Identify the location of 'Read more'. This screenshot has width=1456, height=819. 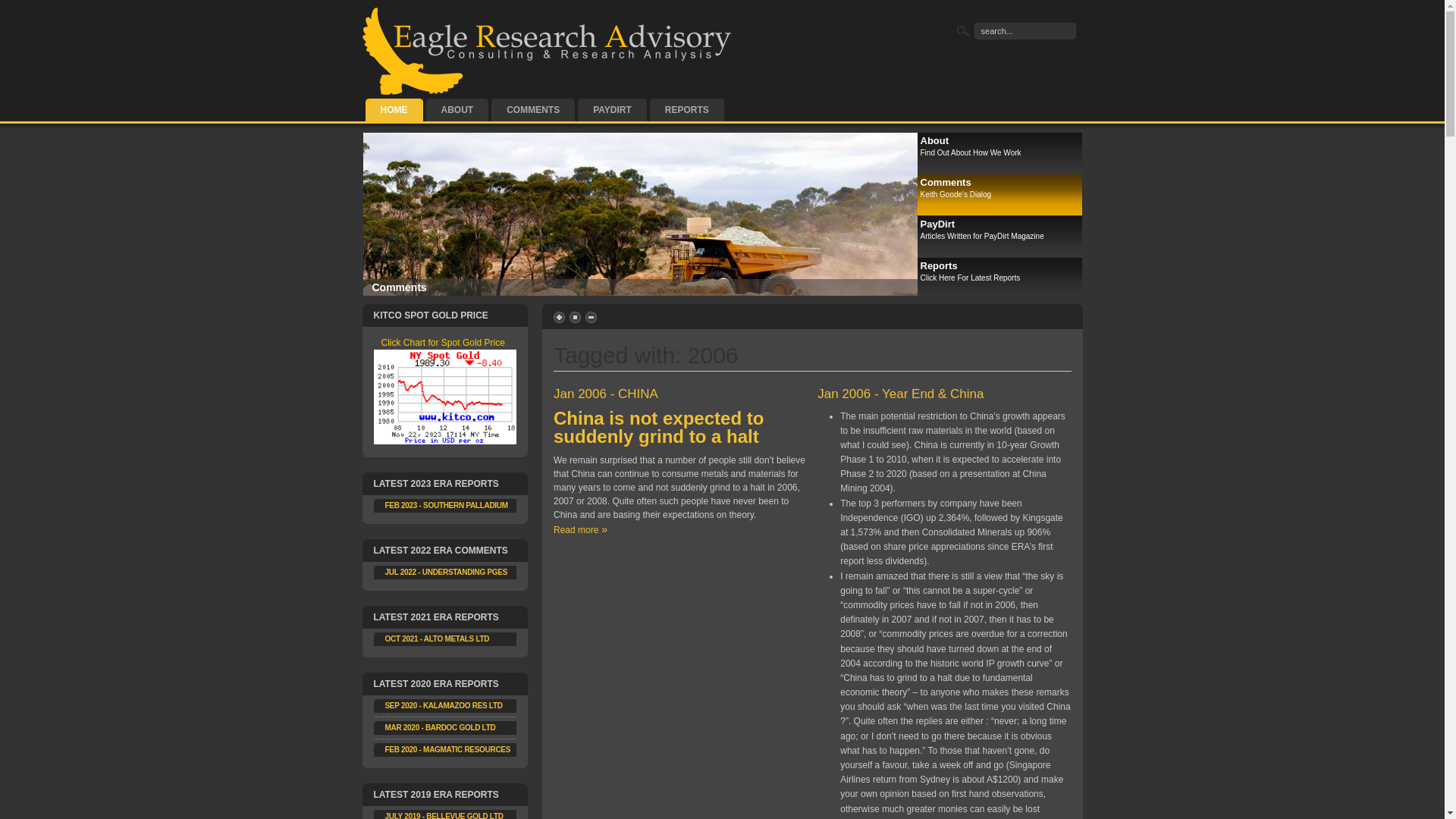
(579, 529).